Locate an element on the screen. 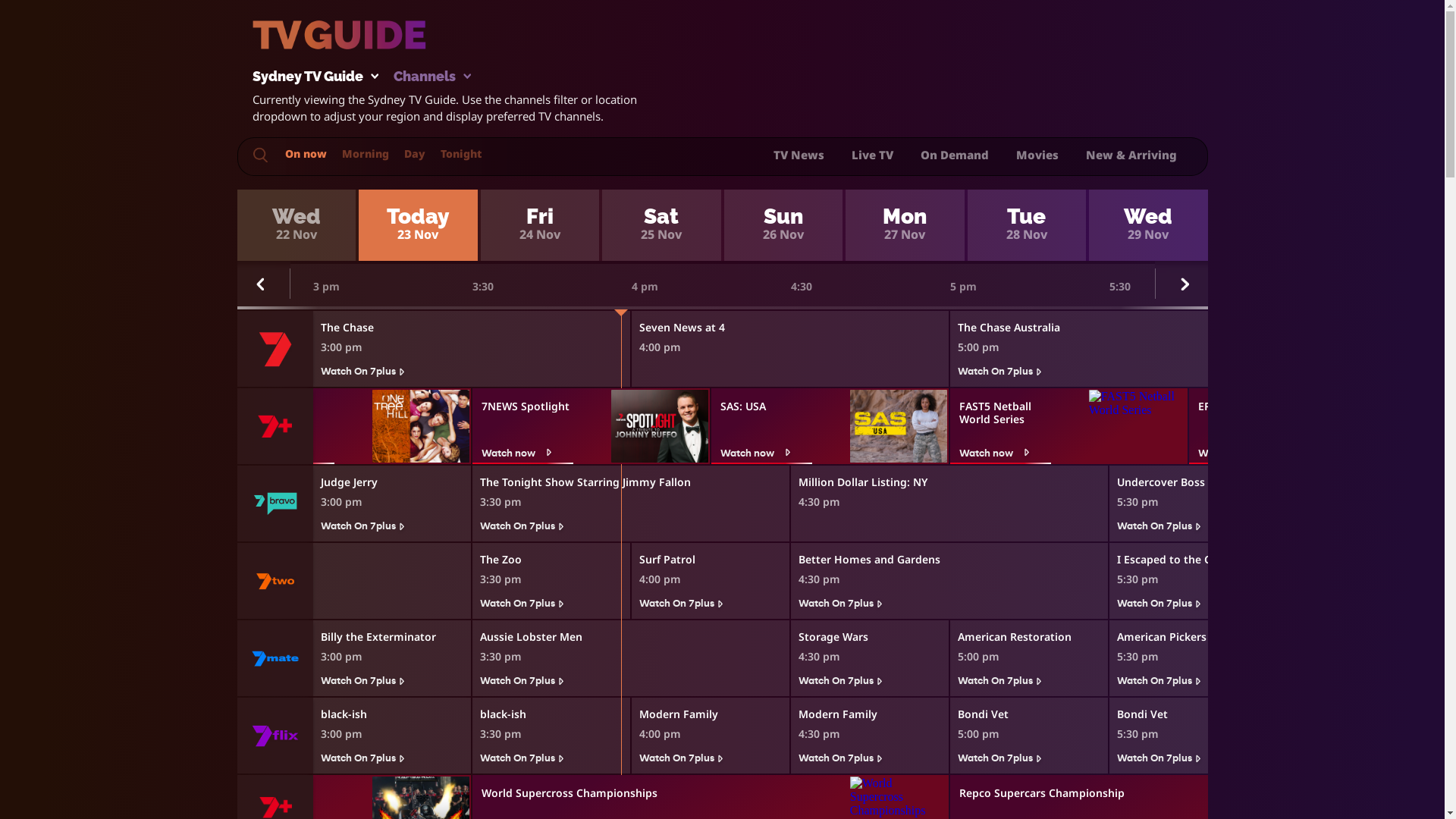 Image resolution: width=1456 pixels, height=819 pixels. 'World Supercross Championships' is located at coordinates (574, 789).